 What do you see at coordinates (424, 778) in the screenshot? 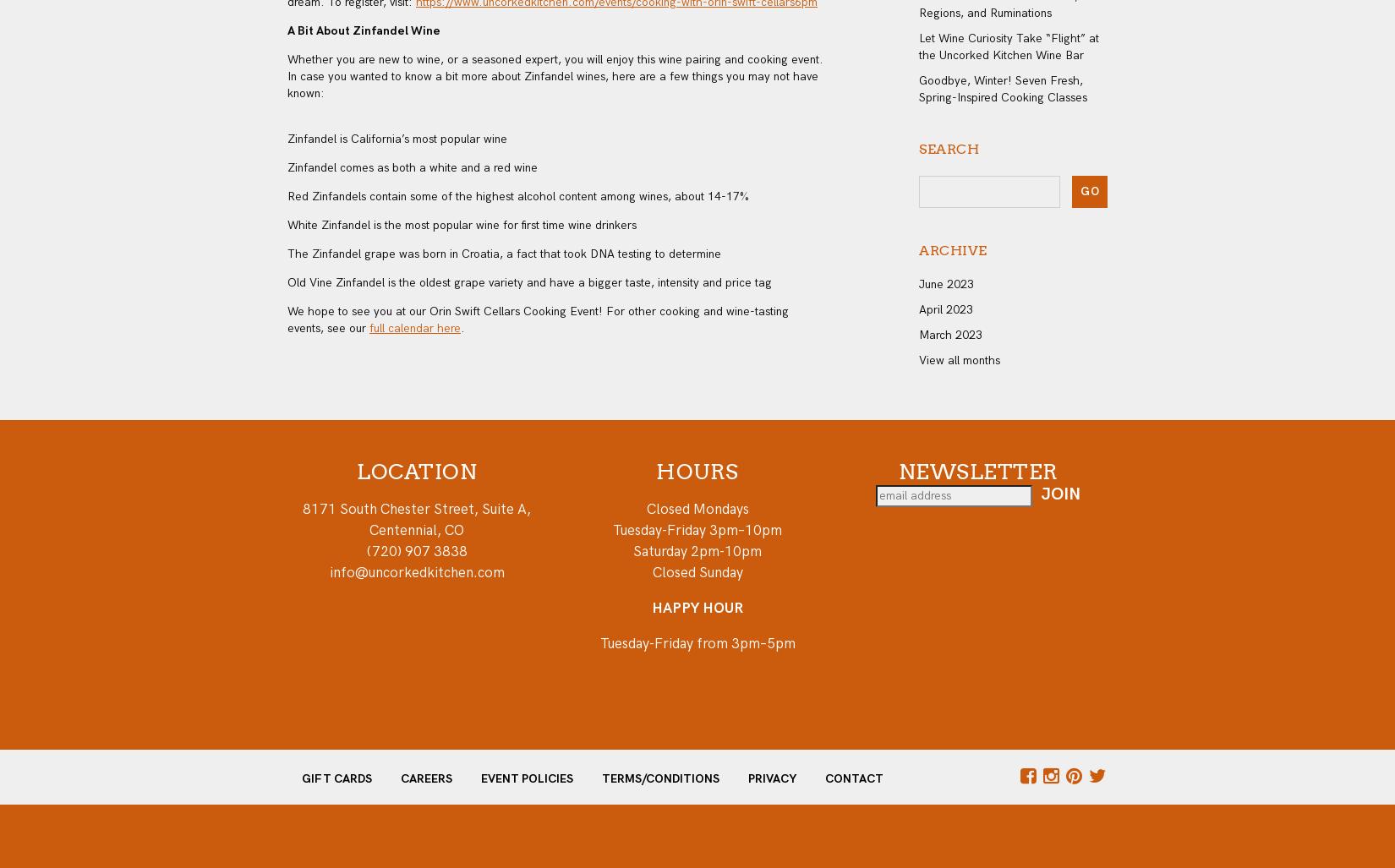
I see `'Careers'` at bounding box center [424, 778].